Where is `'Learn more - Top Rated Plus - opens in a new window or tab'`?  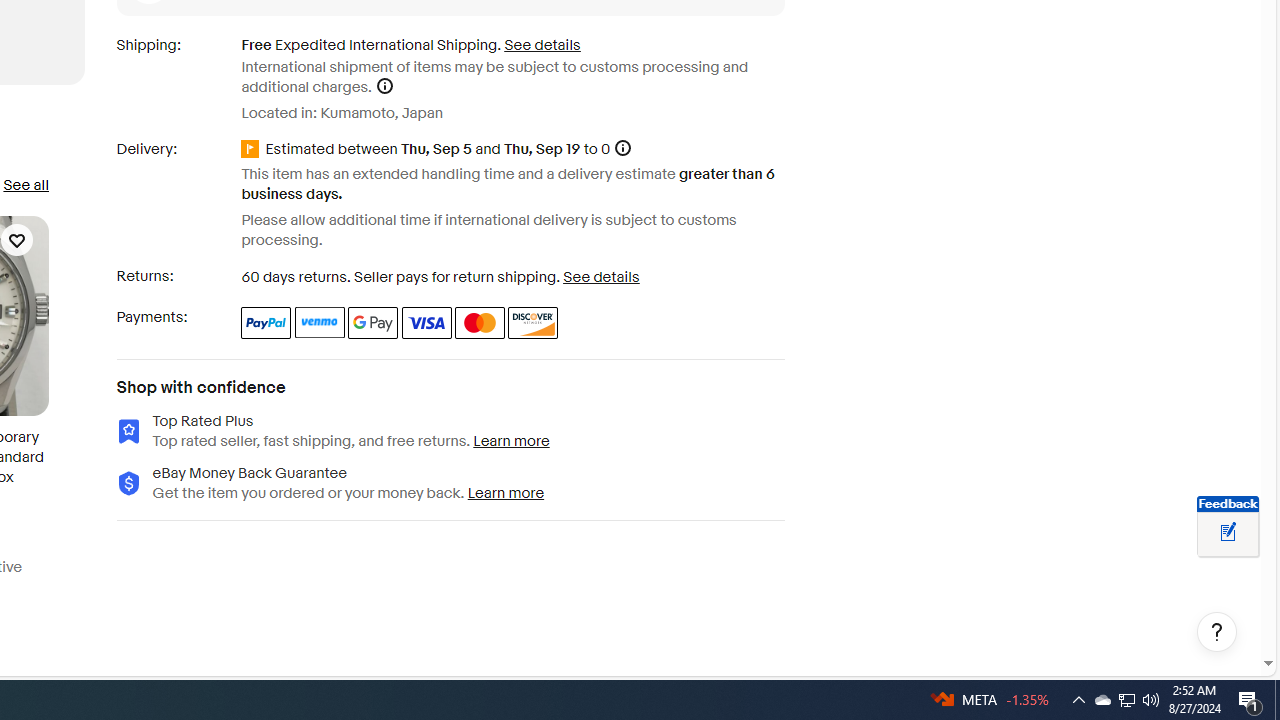
'Learn more - Top Rated Plus - opens in a new window or tab' is located at coordinates (512, 440).